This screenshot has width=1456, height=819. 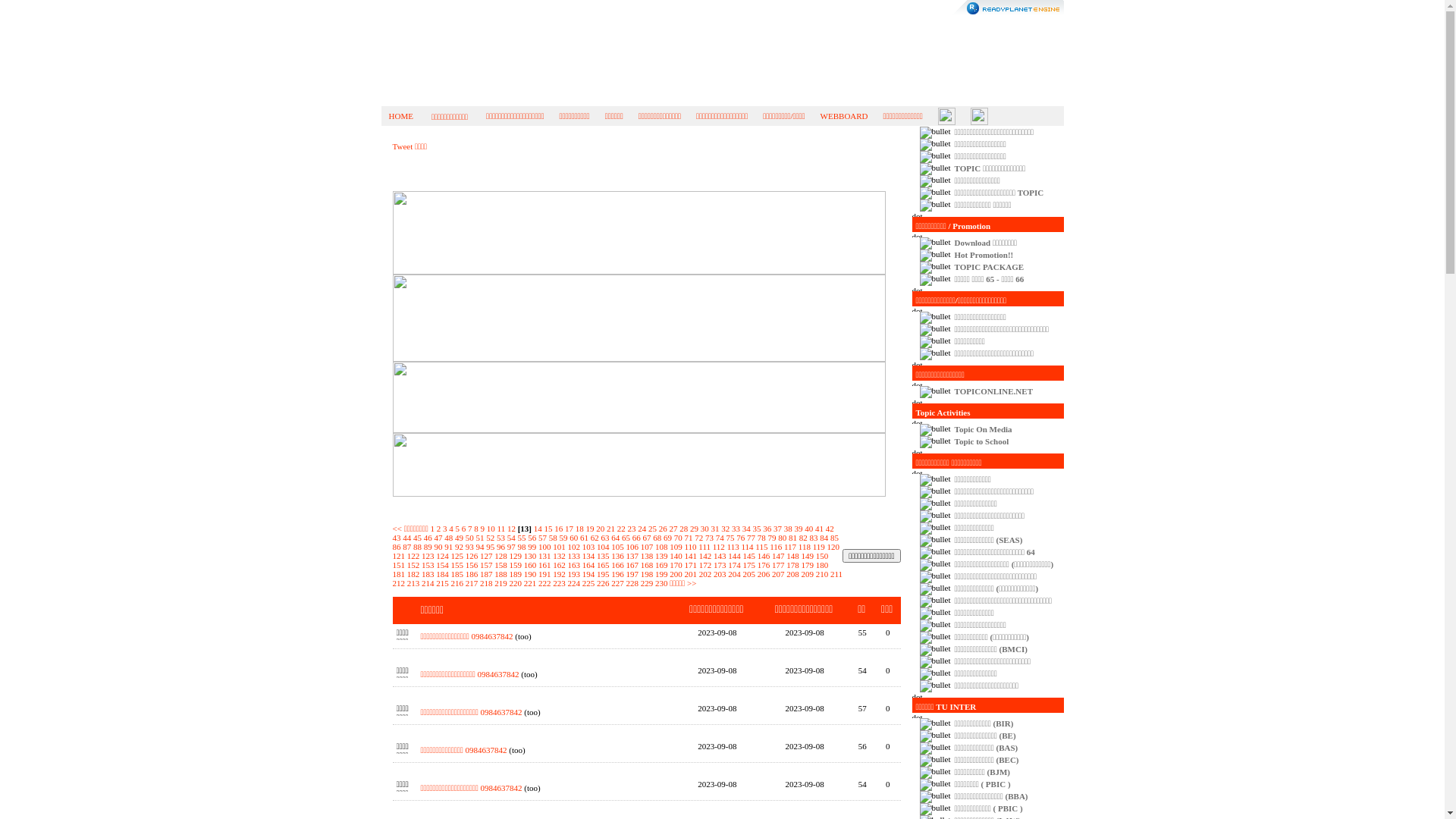 I want to click on '64', so click(x=615, y=537).